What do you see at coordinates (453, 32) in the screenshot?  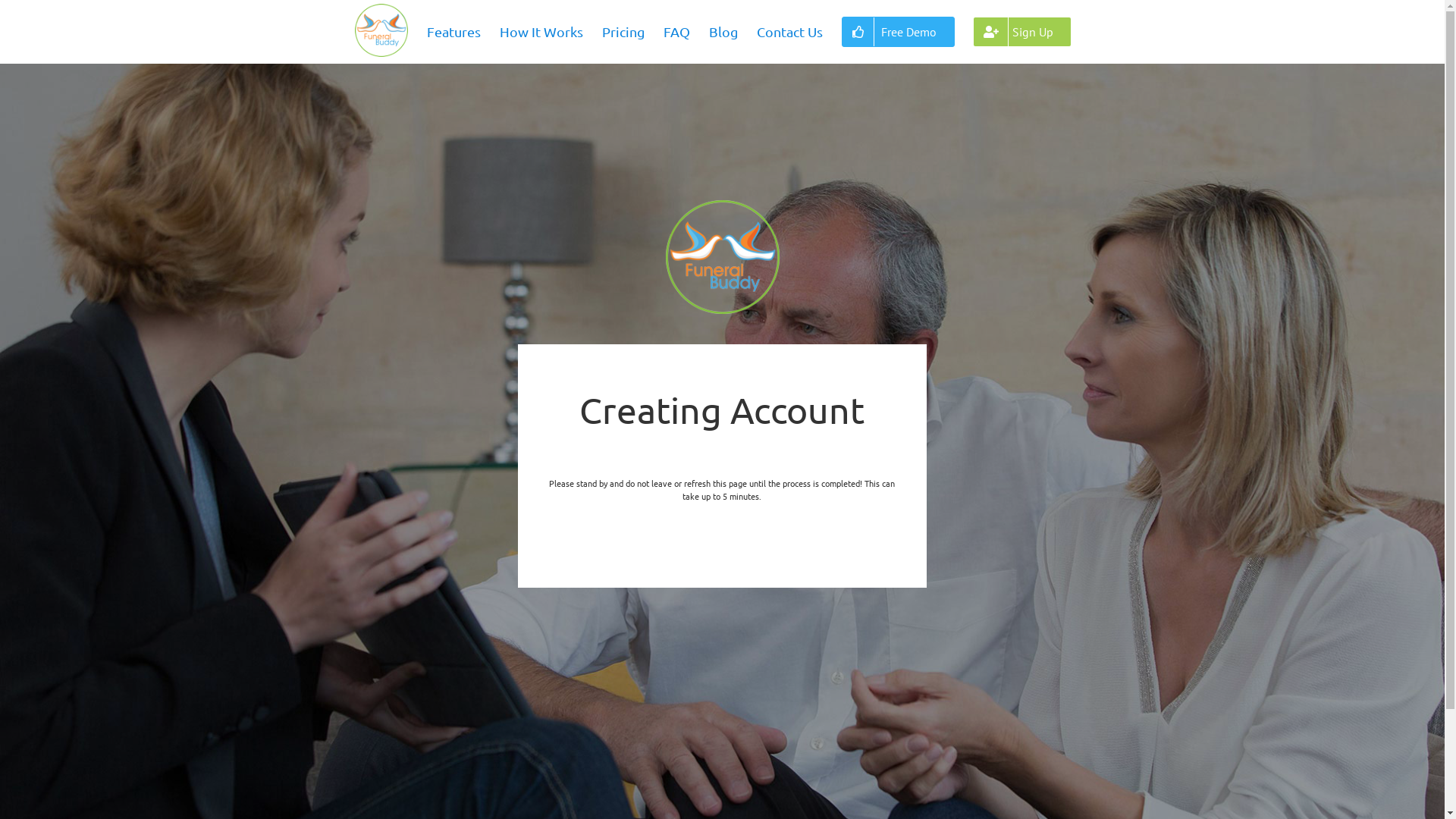 I see `'Features'` at bounding box center [453, 32].